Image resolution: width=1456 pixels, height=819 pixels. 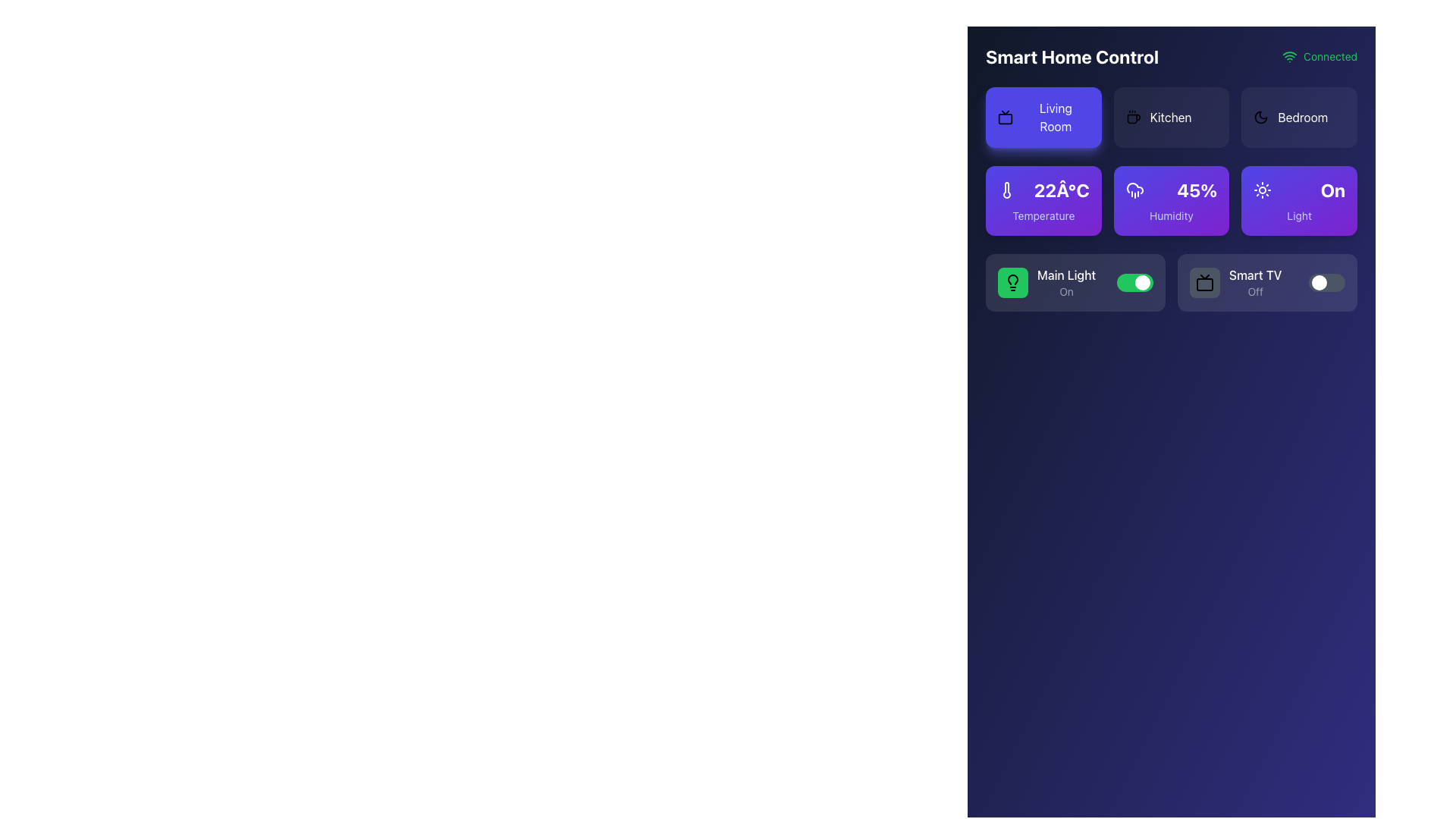 What do you see at coordinates (1134, 189) in the screenshot?
I see `the humidity icon located in the 'Smart Home Control' interface, positioned to the left of the '45%' text` at bounding box center [1134, 189].